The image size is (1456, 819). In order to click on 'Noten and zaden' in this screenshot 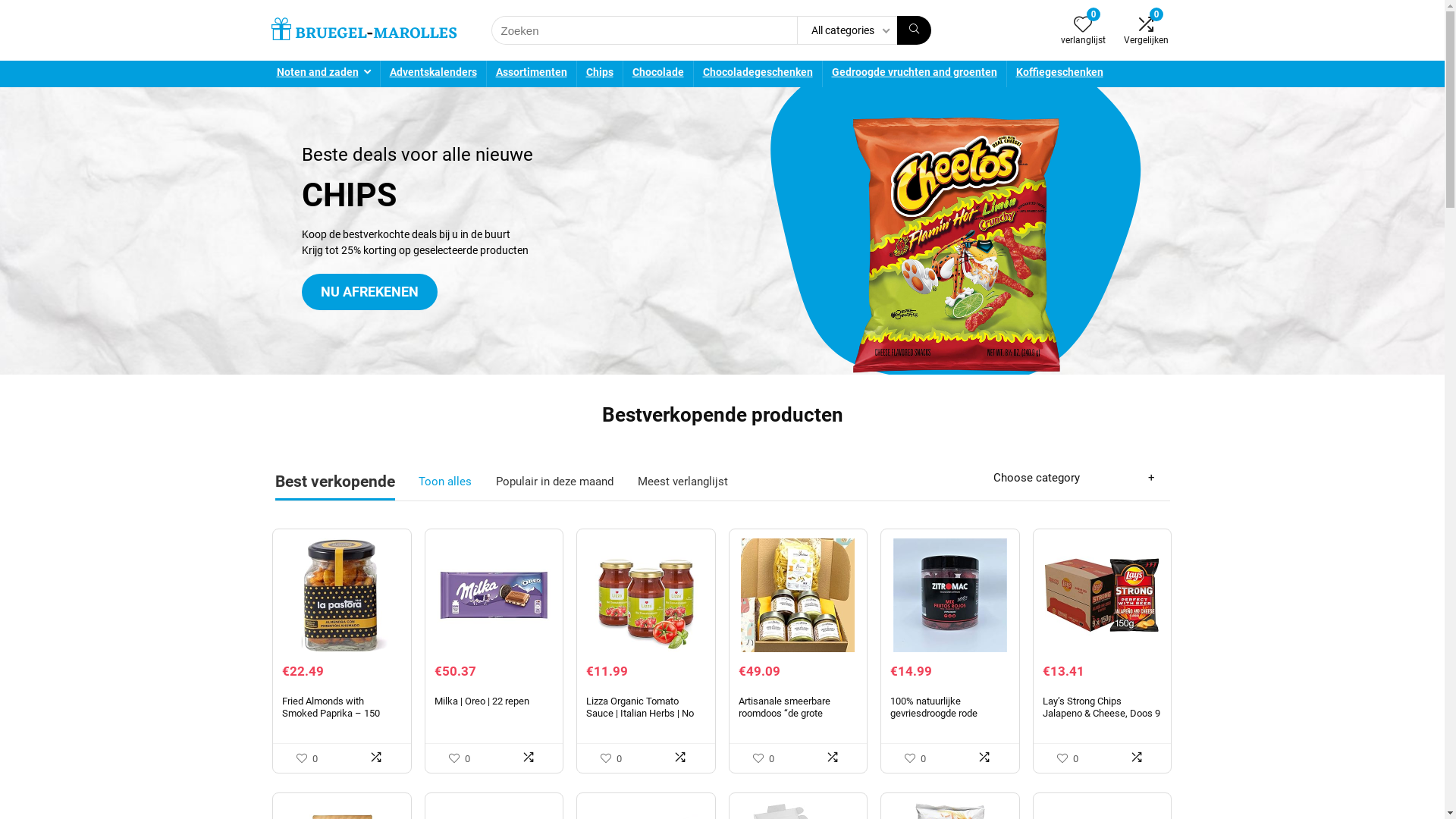, I will do `click(266, 74)`.